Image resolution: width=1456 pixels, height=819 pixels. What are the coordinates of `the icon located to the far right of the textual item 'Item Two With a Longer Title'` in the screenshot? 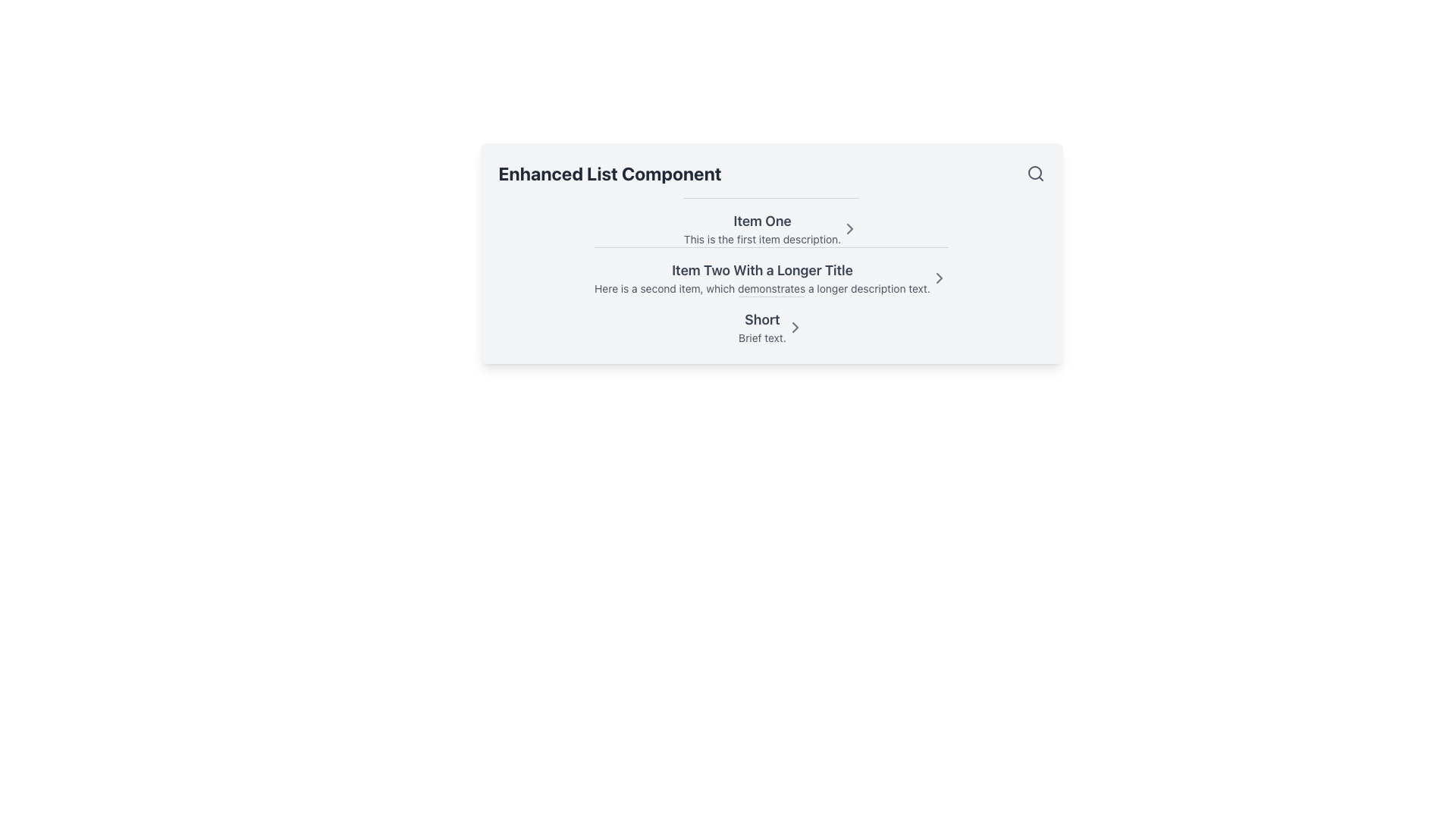 It's located at (938, 278).